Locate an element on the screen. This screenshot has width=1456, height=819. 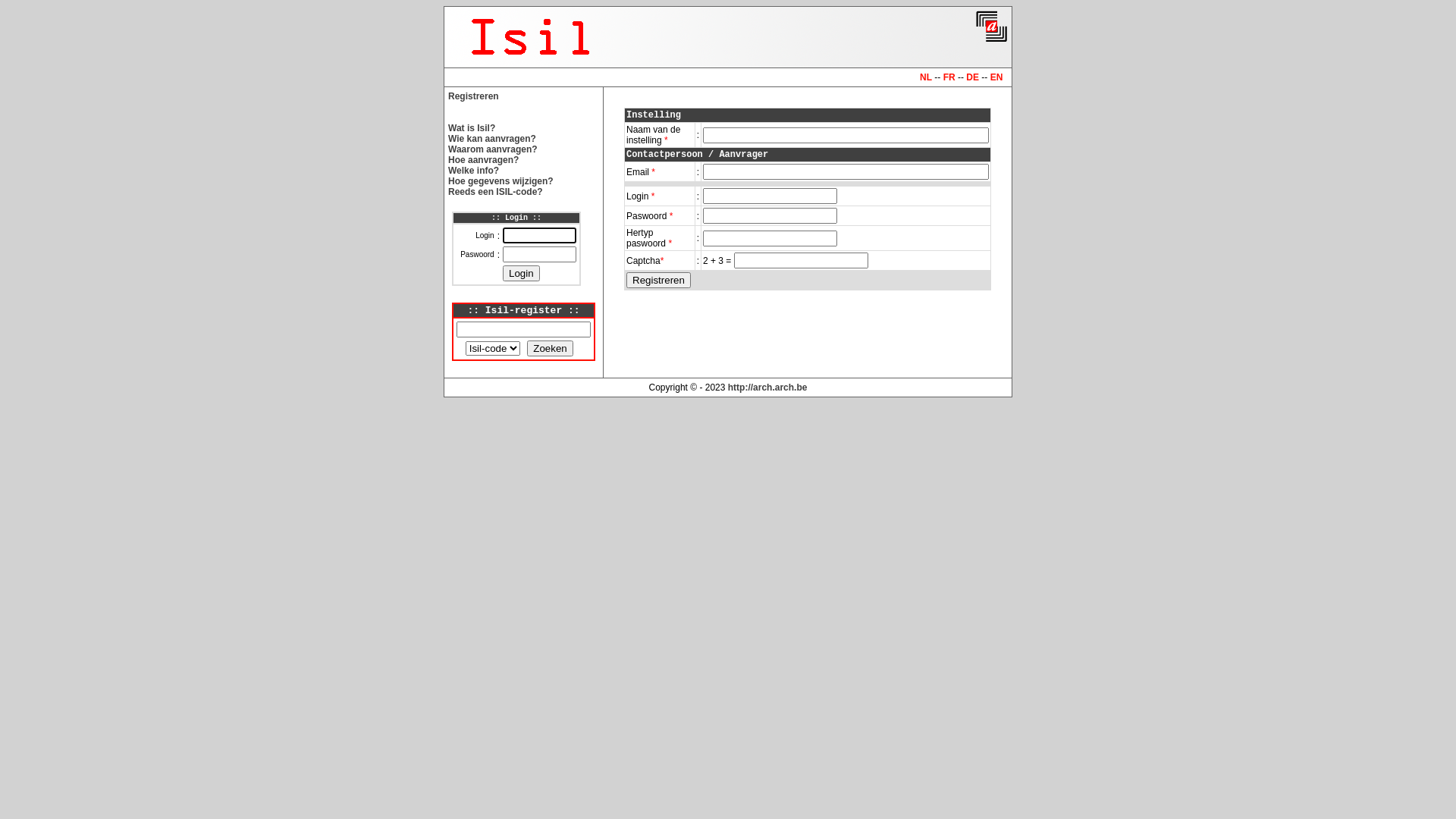
'Hoe aanvragen?' is located at coordinates (482, 160).